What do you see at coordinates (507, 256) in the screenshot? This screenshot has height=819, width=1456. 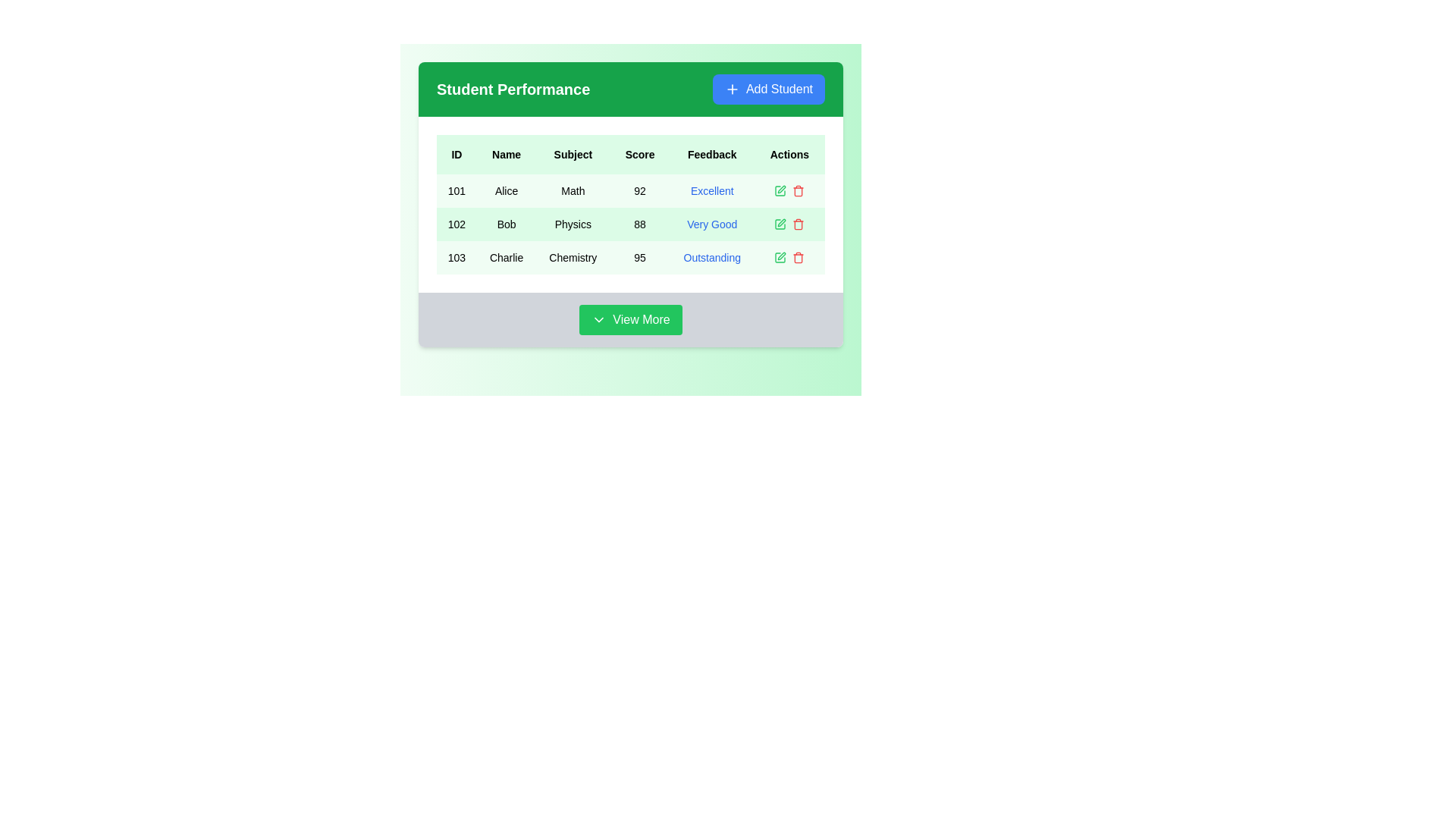 I see `the text 'Charlie' in the table cell located in the third row under the 'Name' column by dragging from the center point` at bounding box center [507, 256].